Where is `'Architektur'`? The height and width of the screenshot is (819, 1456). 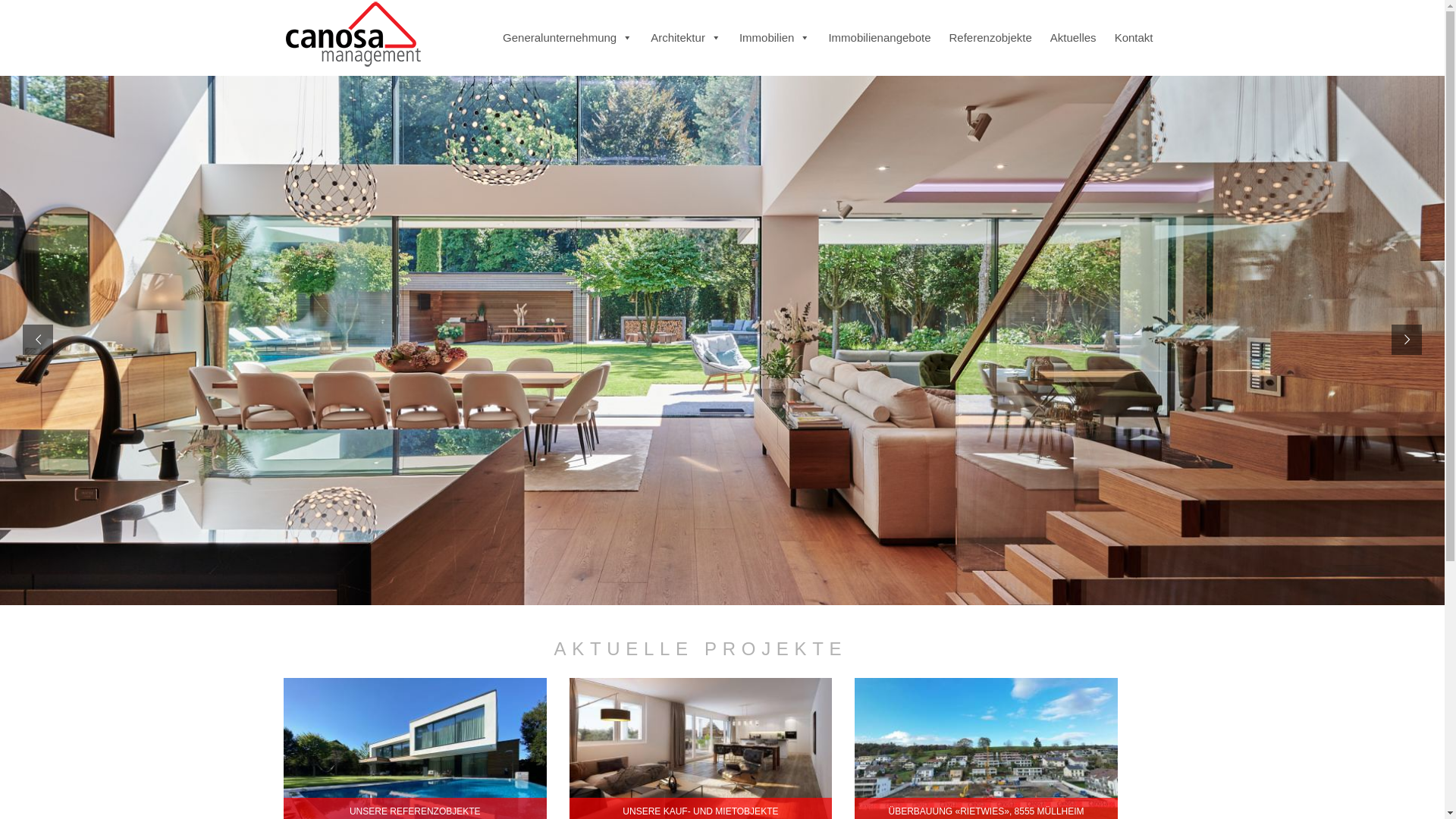 'Architektur' is located at coordinates (641, 37).